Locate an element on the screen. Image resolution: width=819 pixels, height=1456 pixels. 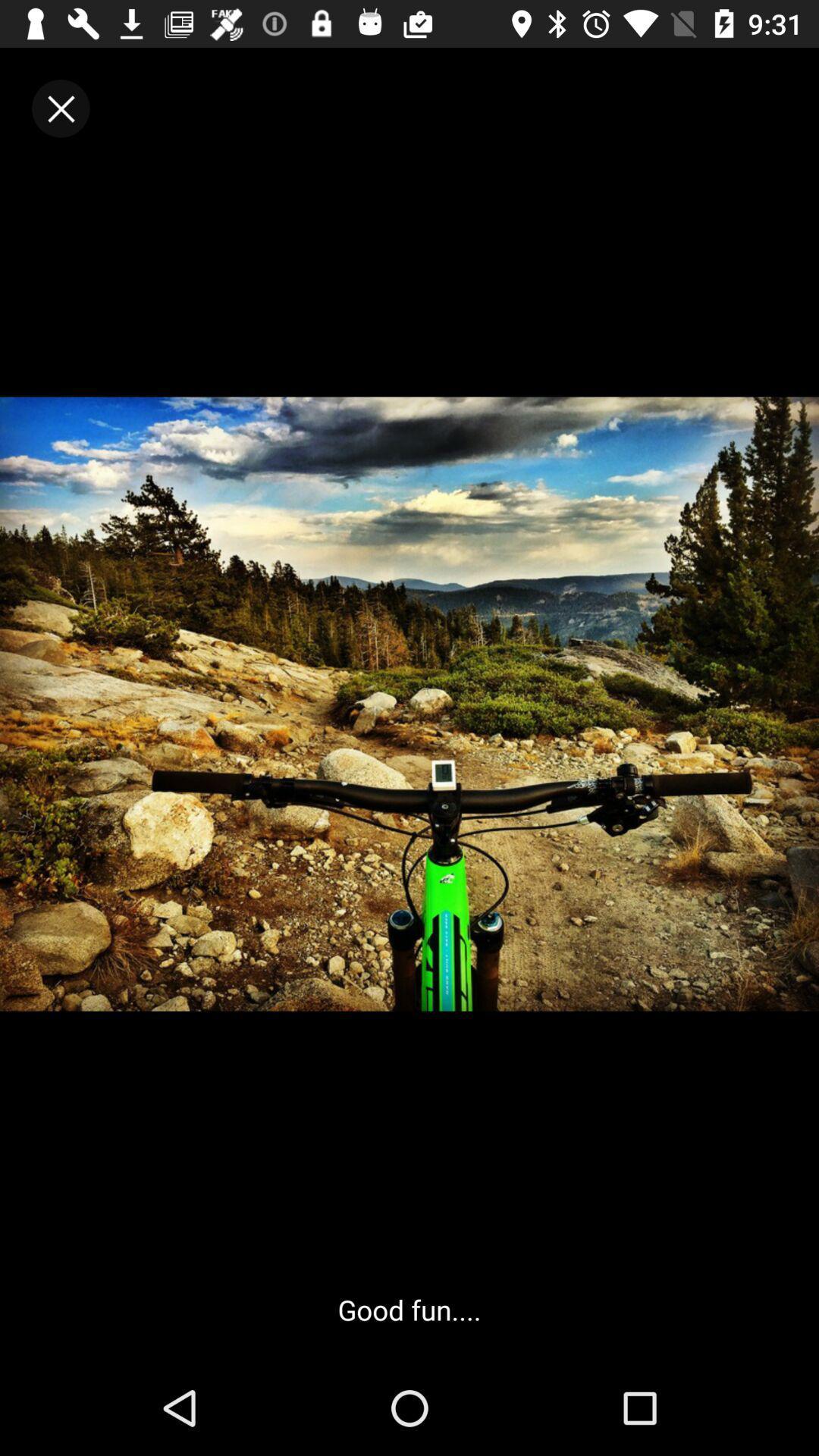
the close icon is located at coordinates (60, 108).